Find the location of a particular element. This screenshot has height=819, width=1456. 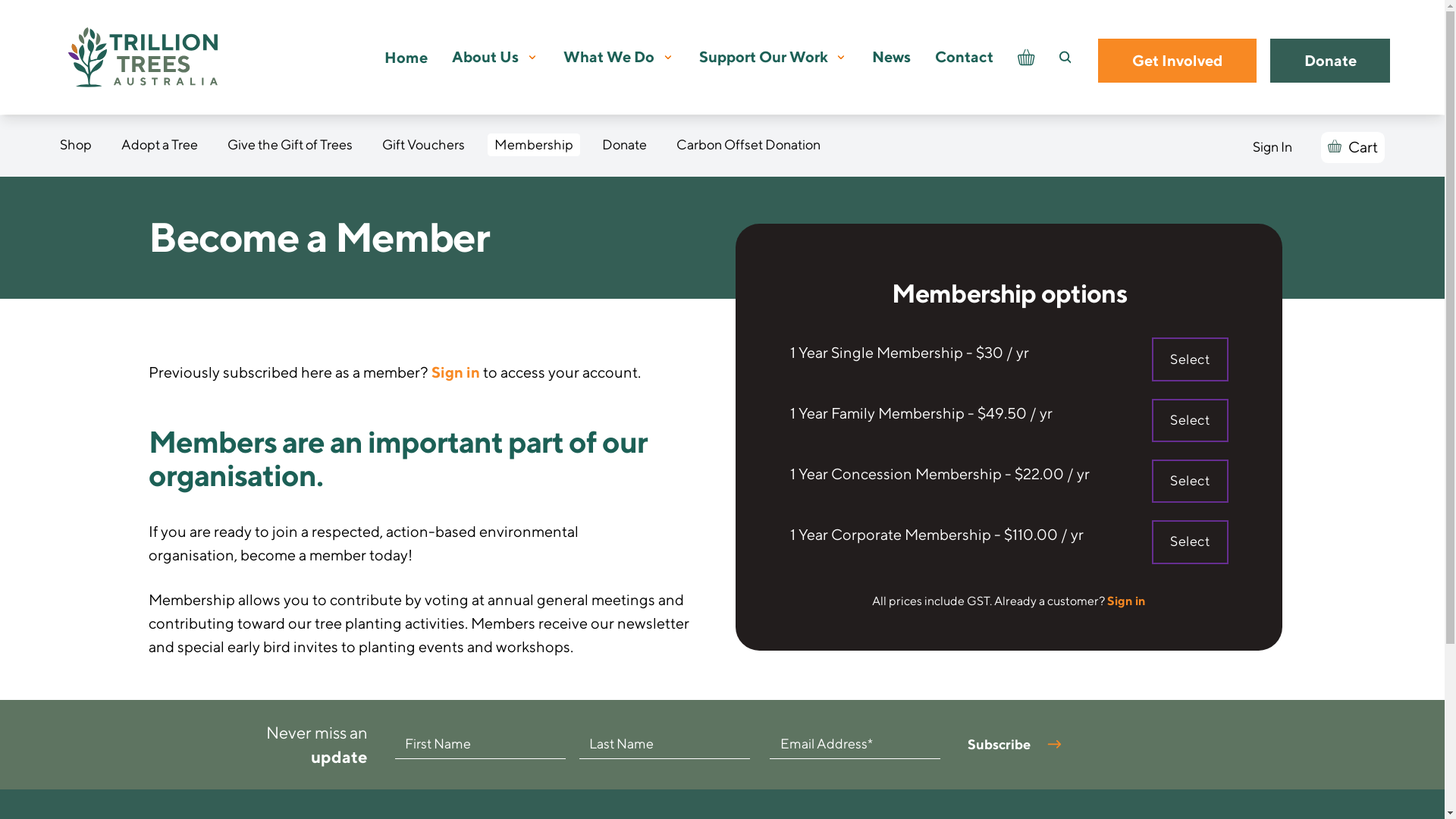

'Carbon Offset Donation' is located at coordinates (669, 145).